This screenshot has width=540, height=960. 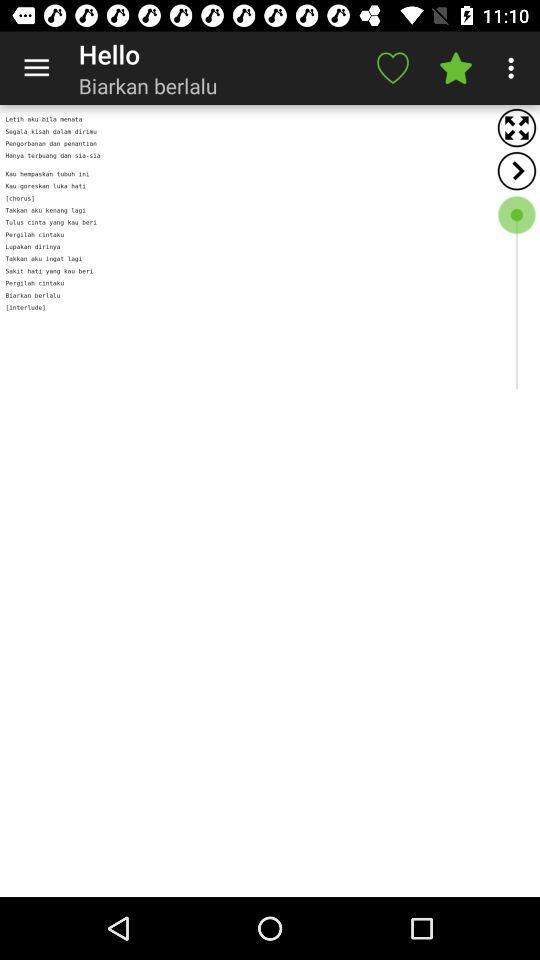 What do you see at coordinates (516, 127) in the screenshot?
I see `the fullscreen icon` at bounding box center [516, 127].